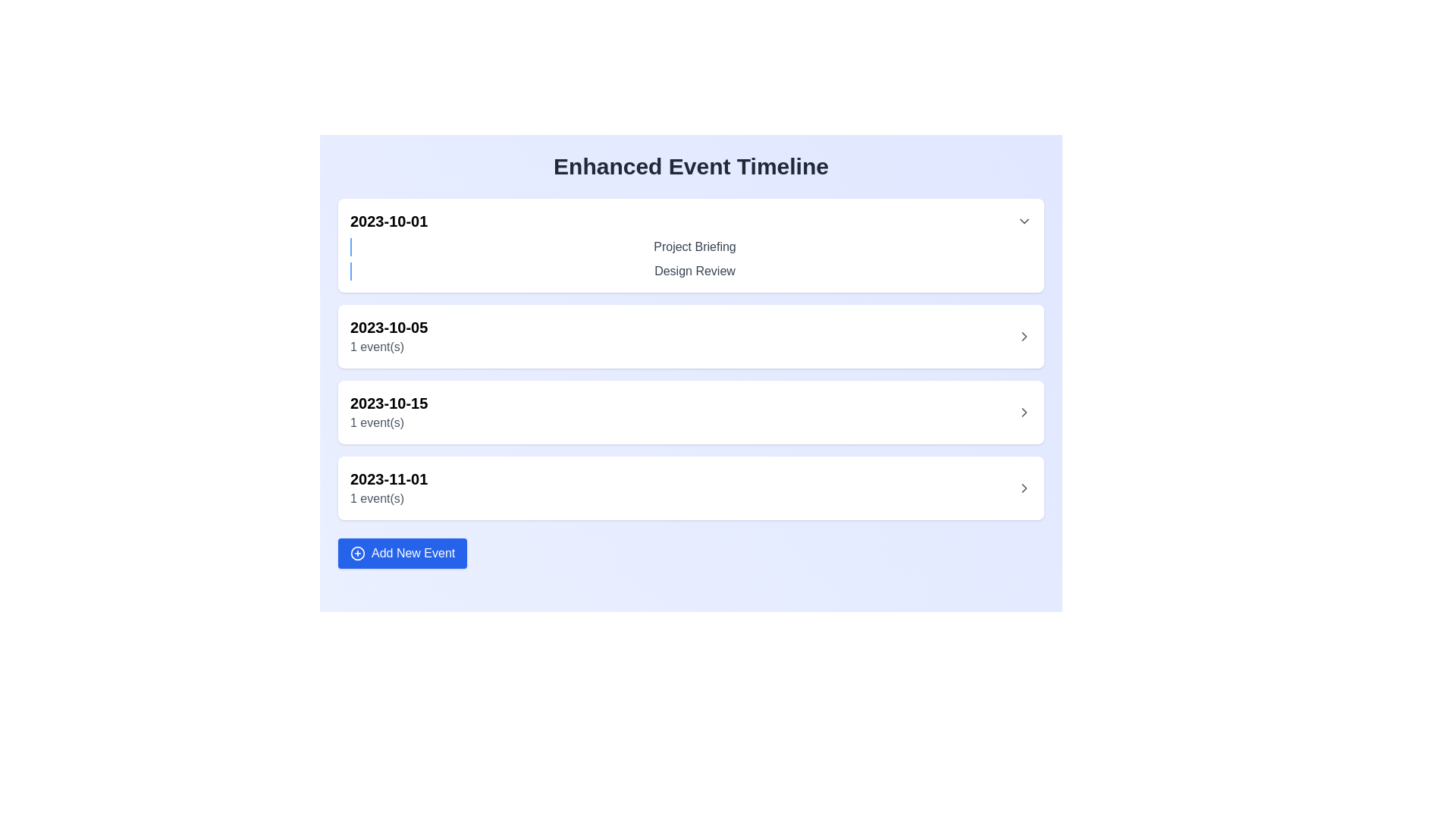 The image size is (1456, 819). What do you see at coordinates (356, 553) in the screenshot?
I see `the circular icon with a visible border and filled center, located on the left side of the blue button labeled 'Add New Event'` at bounding box center [356, 553].